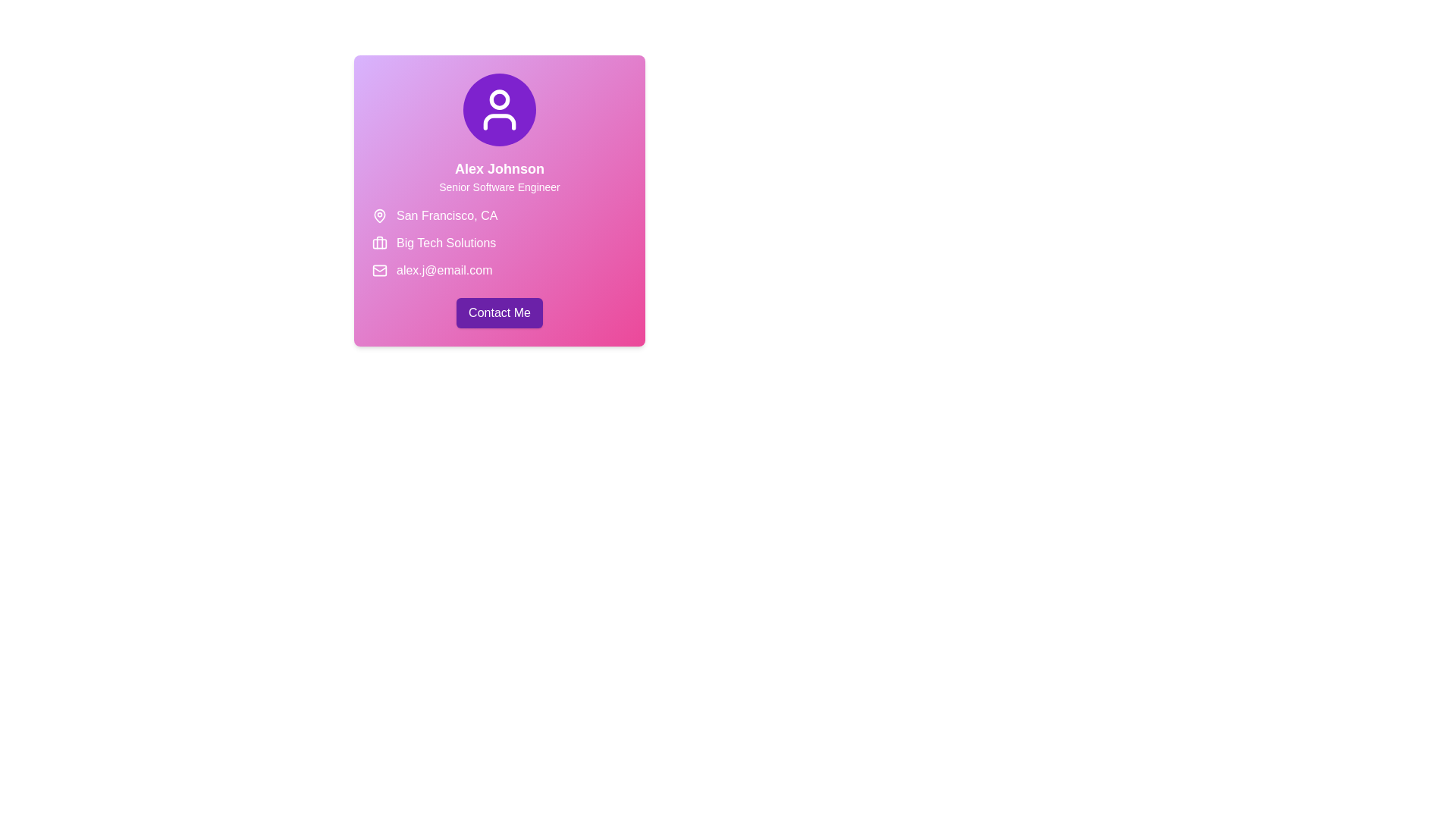 Image resolution: width=1456 pixels, height=819 pixels. Describe the element at coordinates (499, 169) in the screenshot. I see `the text label displaying 'Alex Johnson', which is styled prominently in white on a gradient pink and purple background, located above the job title 'Senior Software Engineer'` at that location.